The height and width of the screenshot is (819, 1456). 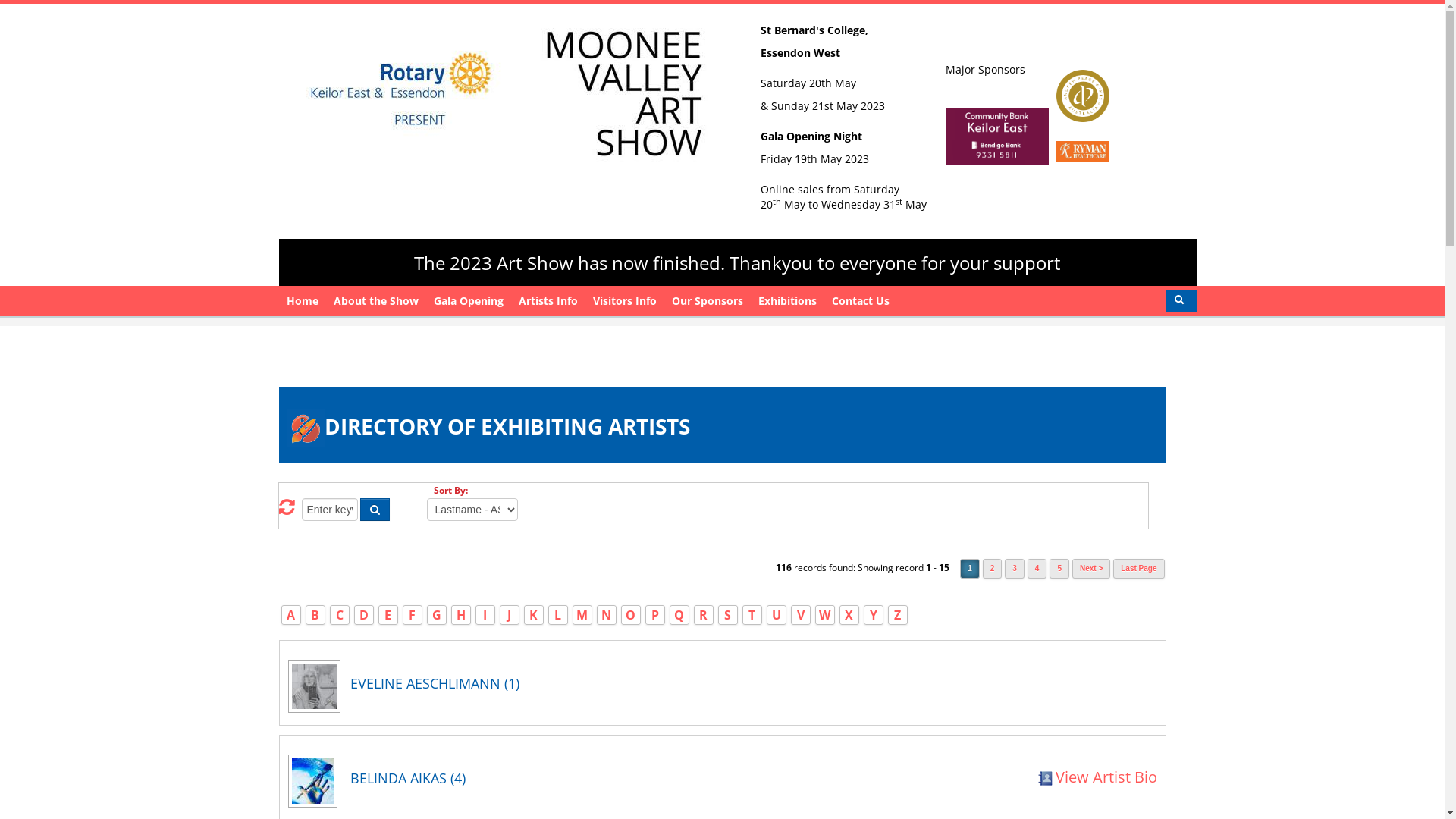 What do you see at coordinates (723, 614) in the screenshot?
I see `'S'` at bounding box center [723, 614].